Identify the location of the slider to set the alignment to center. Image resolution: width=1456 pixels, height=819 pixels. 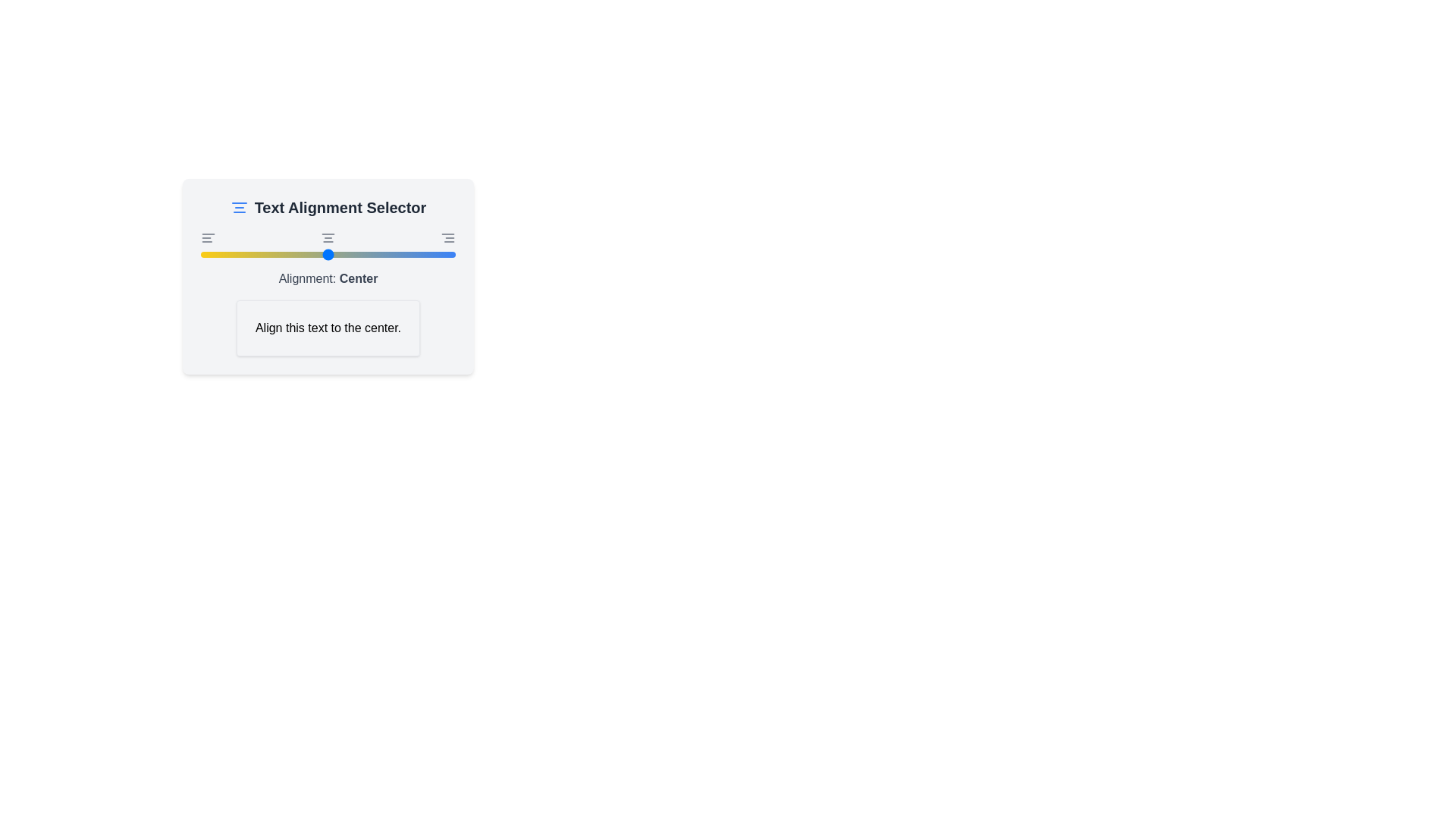
(327, 253).